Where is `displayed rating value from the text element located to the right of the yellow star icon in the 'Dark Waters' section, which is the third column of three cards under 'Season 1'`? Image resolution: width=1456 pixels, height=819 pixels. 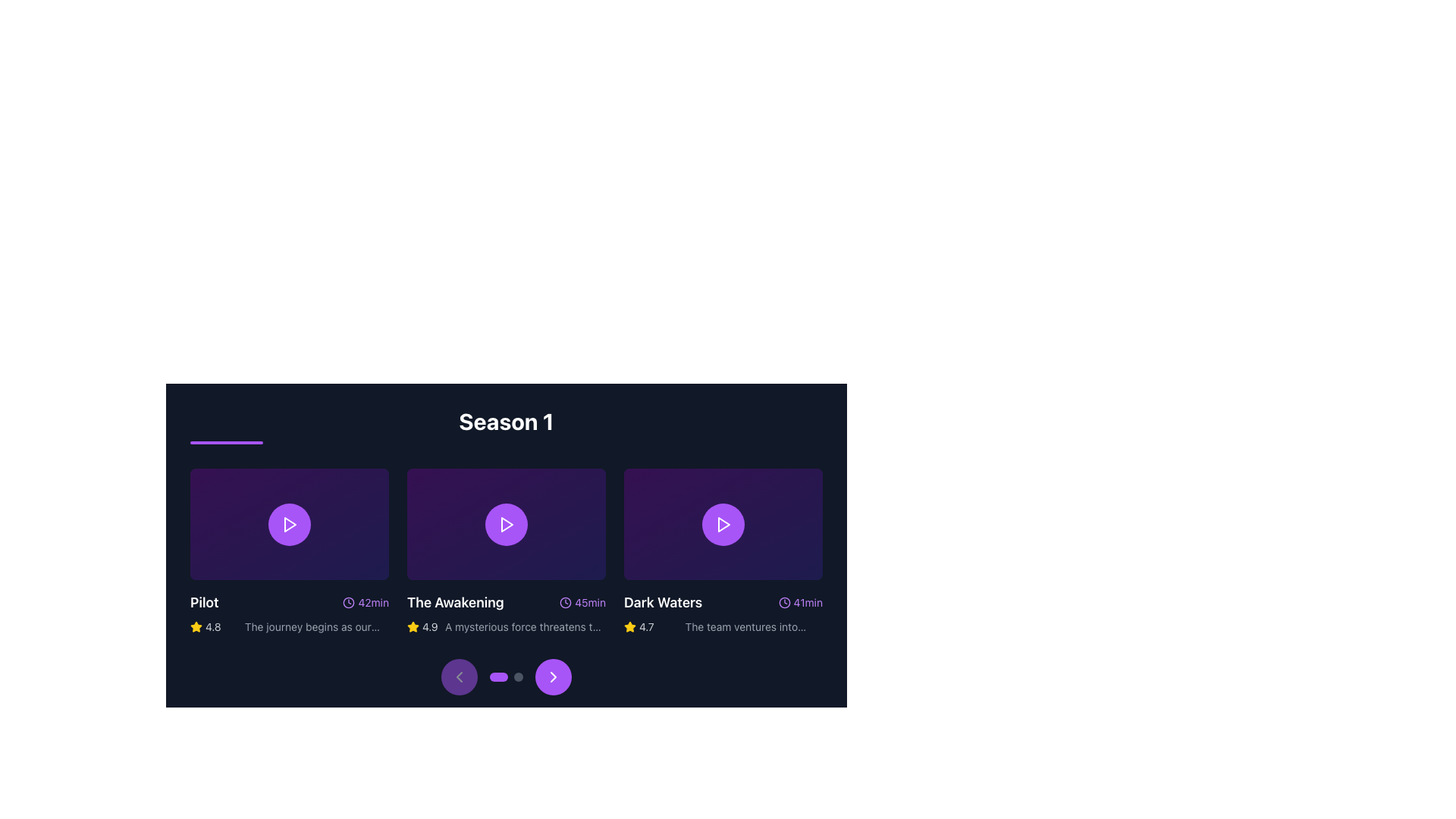 displayed rating value from the text element located to the right of the yellow star icon in the 'Dark Waters' section, which is the third column of three cards under 'Season 1' is located at coordinates (646, 627).